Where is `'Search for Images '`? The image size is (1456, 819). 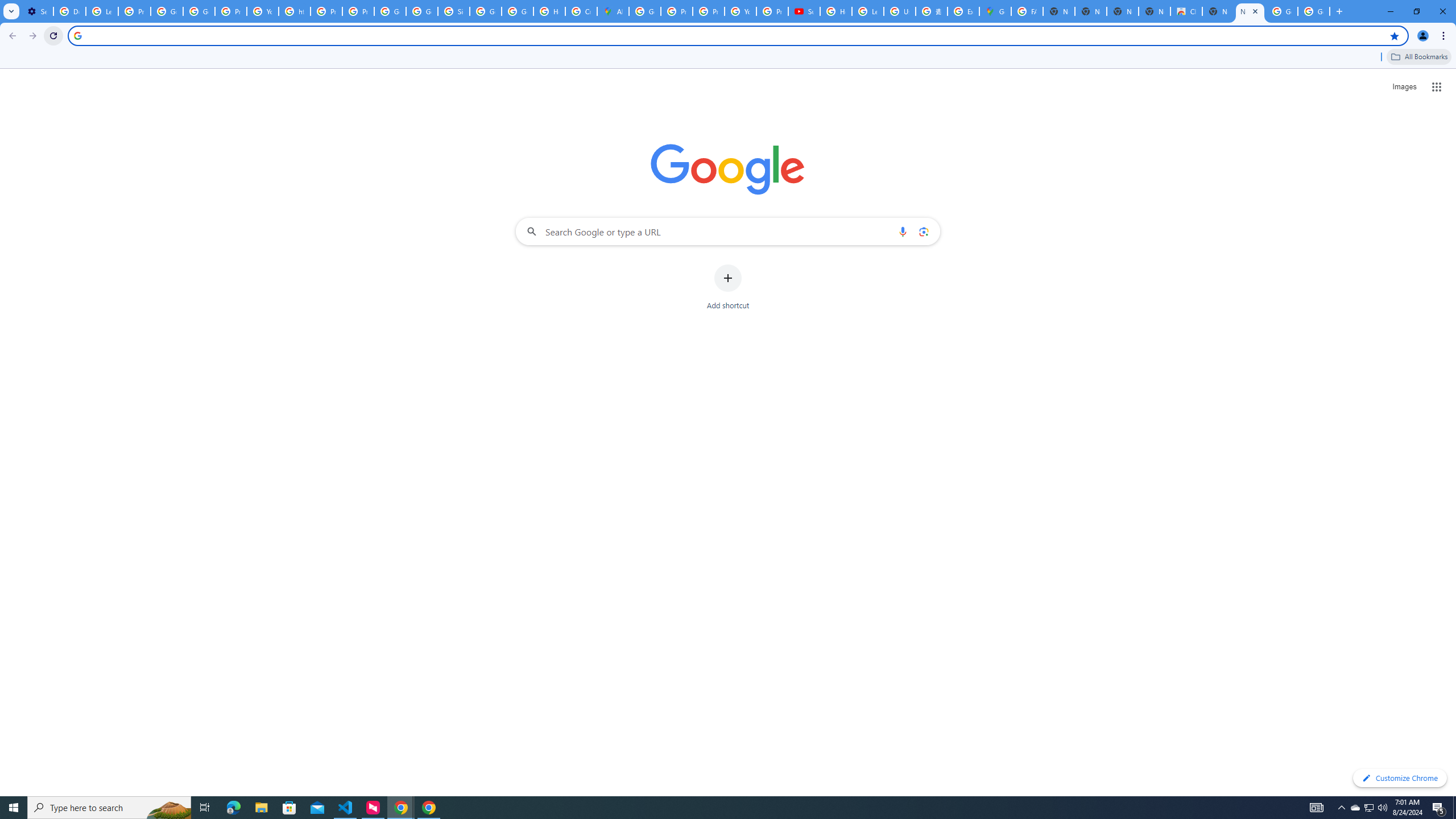 'Search for Images ' is located at coordinates (1404, 87).